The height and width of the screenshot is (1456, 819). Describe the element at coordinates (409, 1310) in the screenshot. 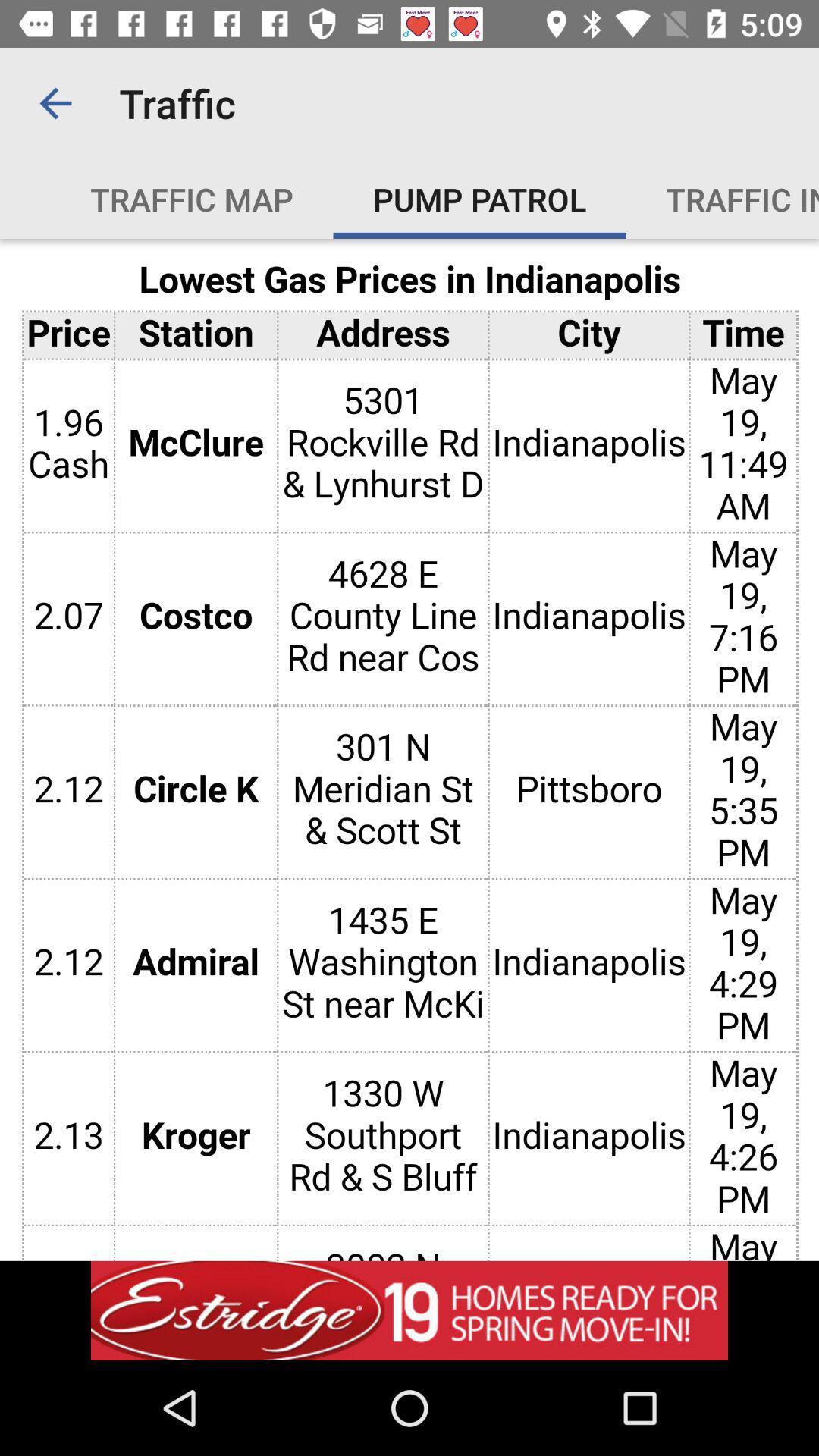

I see `adventisment page` at that location.